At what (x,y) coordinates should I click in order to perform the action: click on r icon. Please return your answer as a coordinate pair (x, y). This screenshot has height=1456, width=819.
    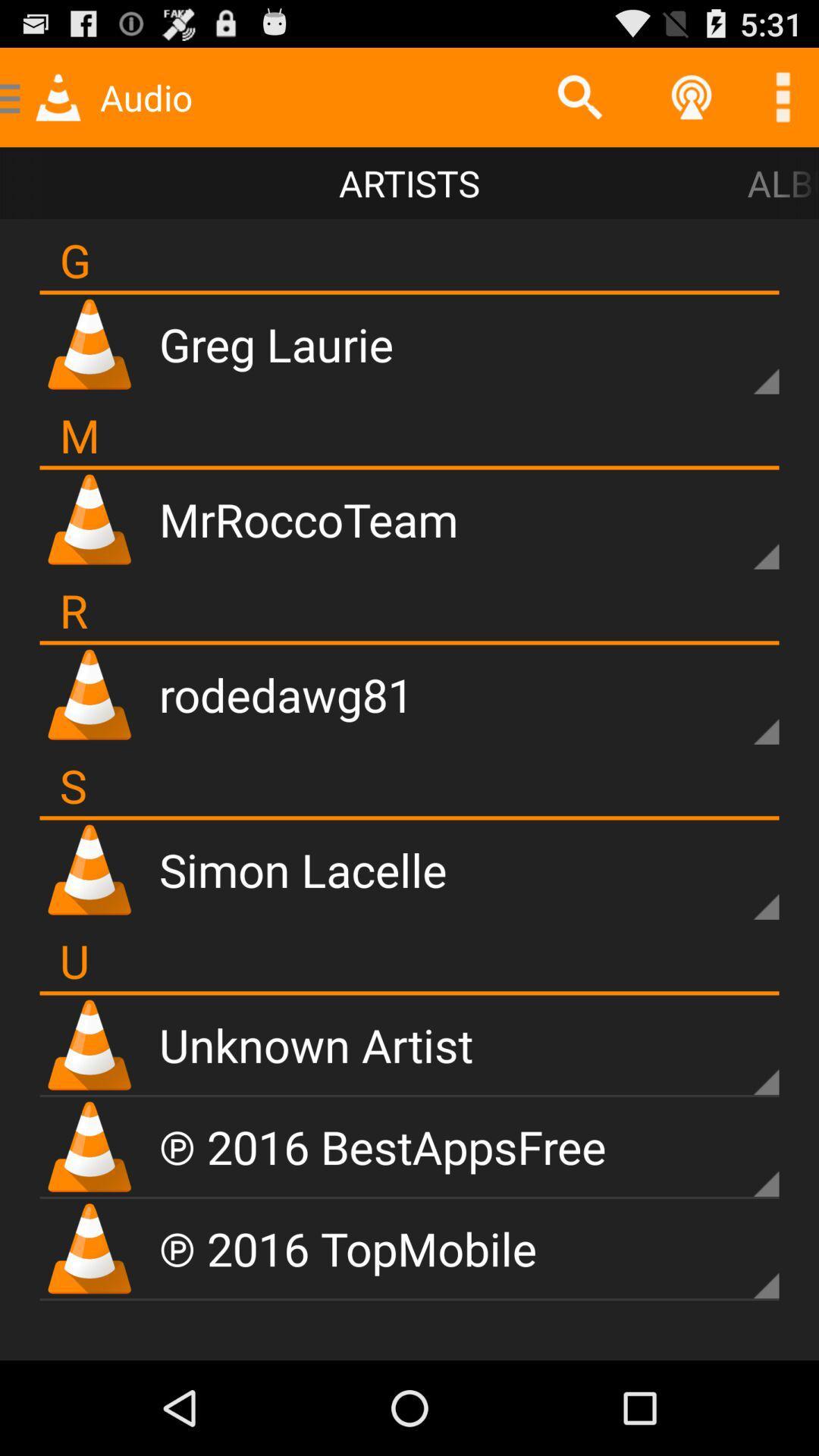
    Looking at the image, I should click on (74, 610).